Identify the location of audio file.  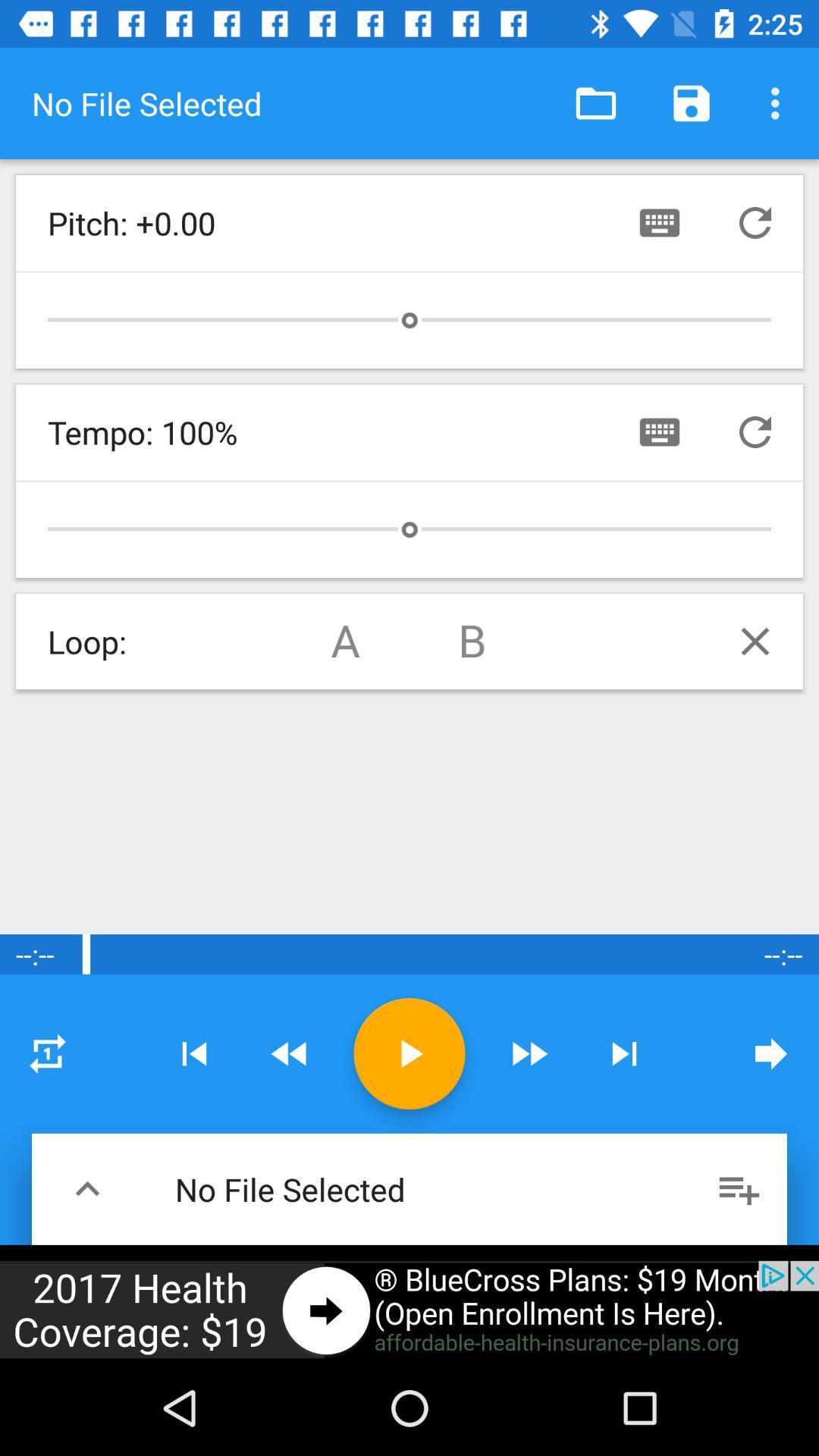
(409, 1053).